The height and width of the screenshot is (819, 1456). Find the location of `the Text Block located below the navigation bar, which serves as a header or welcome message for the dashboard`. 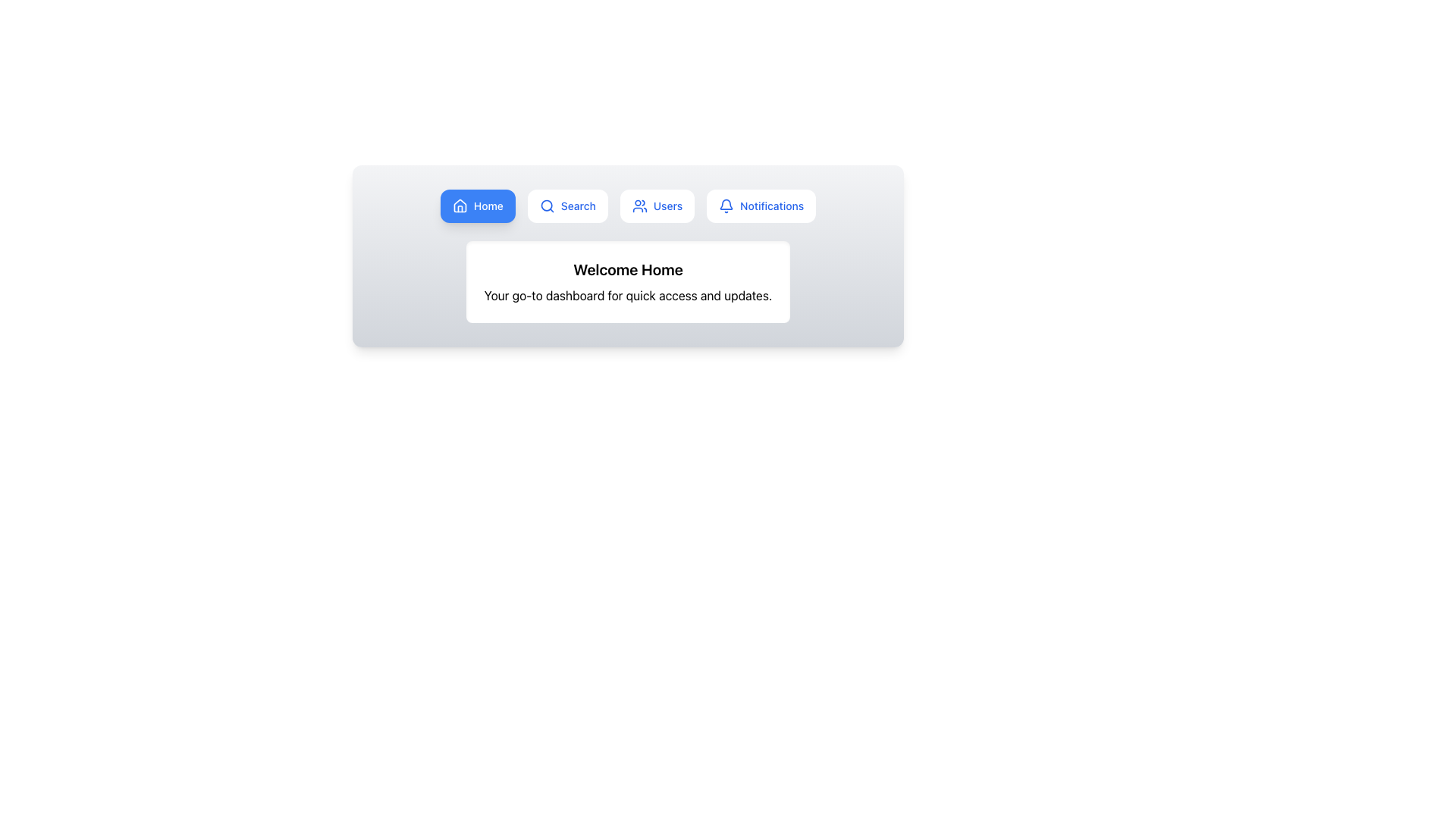

the Text Block located below the navigation bar, which serves as a header or welcome message for the dashboard is located at coordinates (628, 281).